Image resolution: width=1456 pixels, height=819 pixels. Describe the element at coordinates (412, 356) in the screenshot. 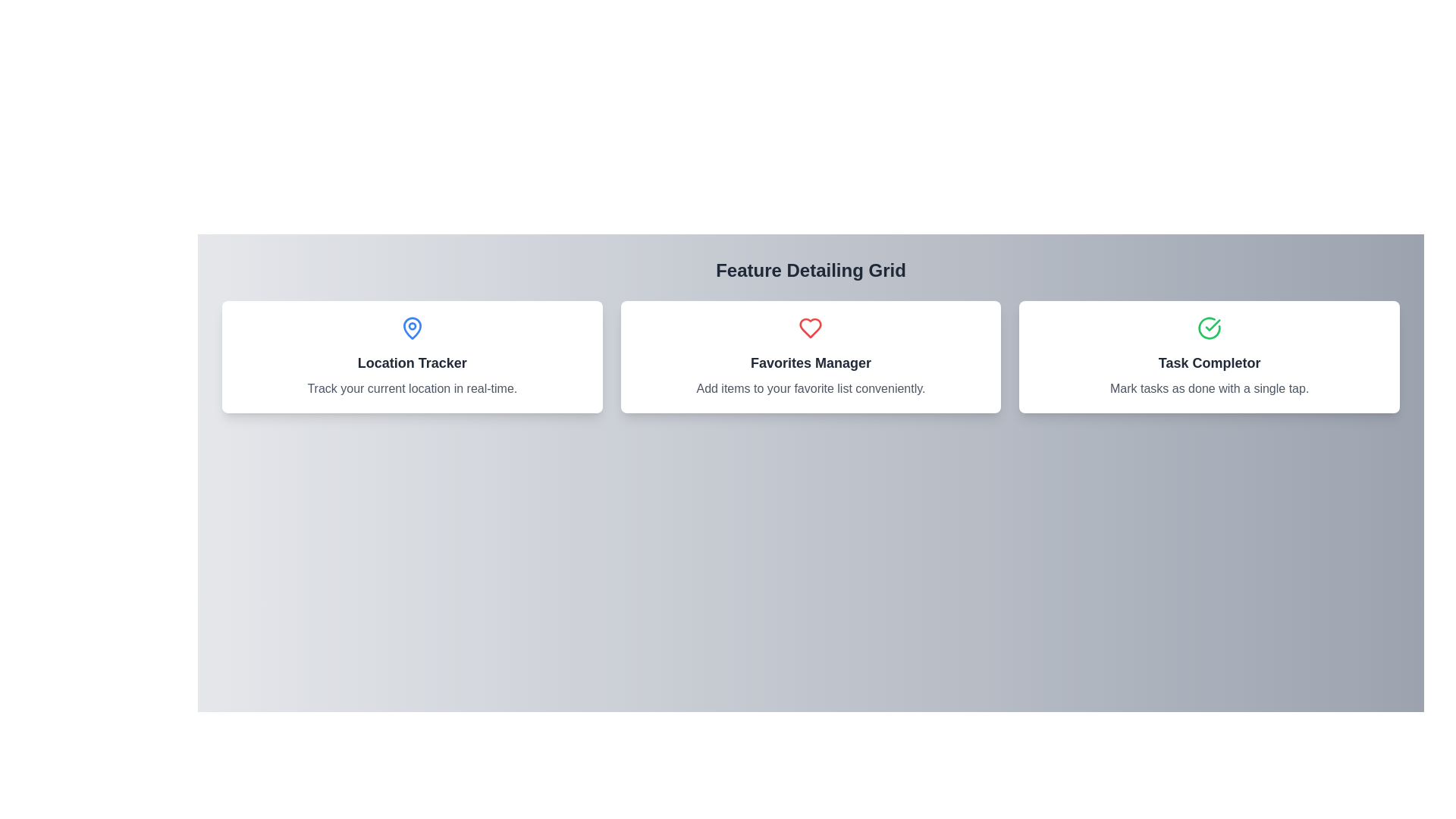

I see `the 'Location Tracker' feature card, which is the first card in a horizontally aligned grid of three cards` at that location.